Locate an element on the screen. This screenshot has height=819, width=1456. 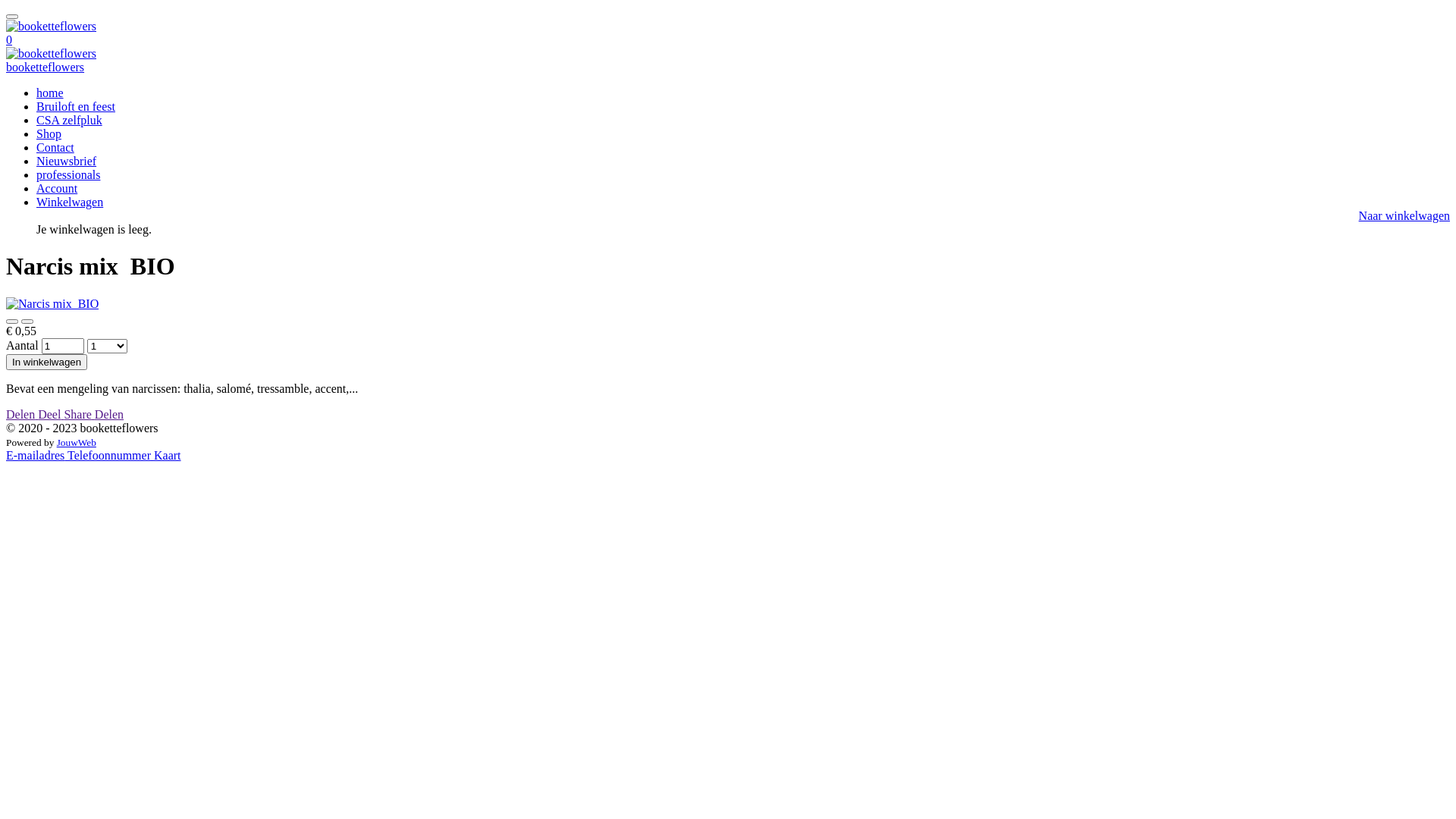
'booketteflowers' is located at coordinates (51, 26).